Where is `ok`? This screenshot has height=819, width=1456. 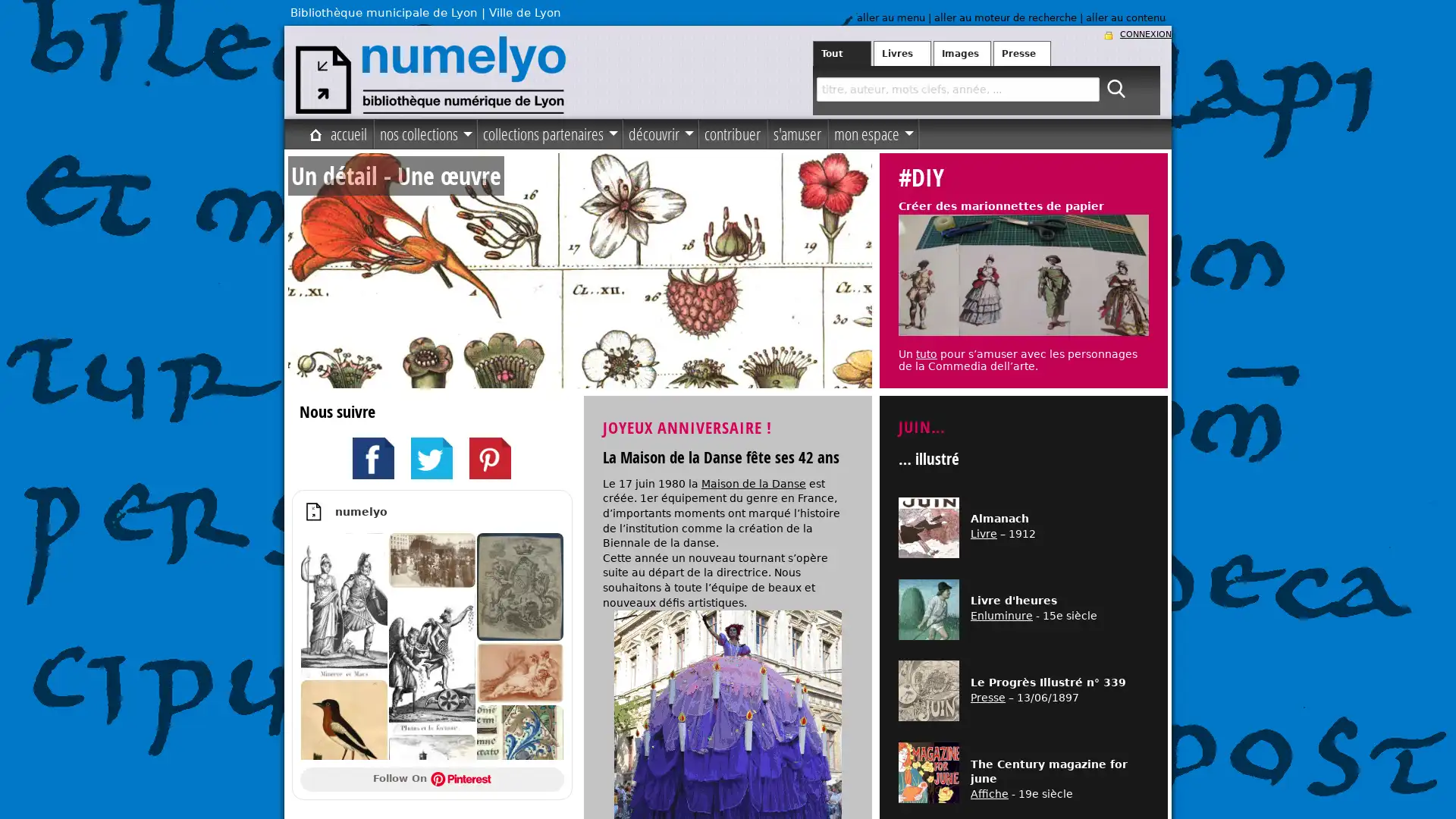
ok is located at coordinates (1116, 88).